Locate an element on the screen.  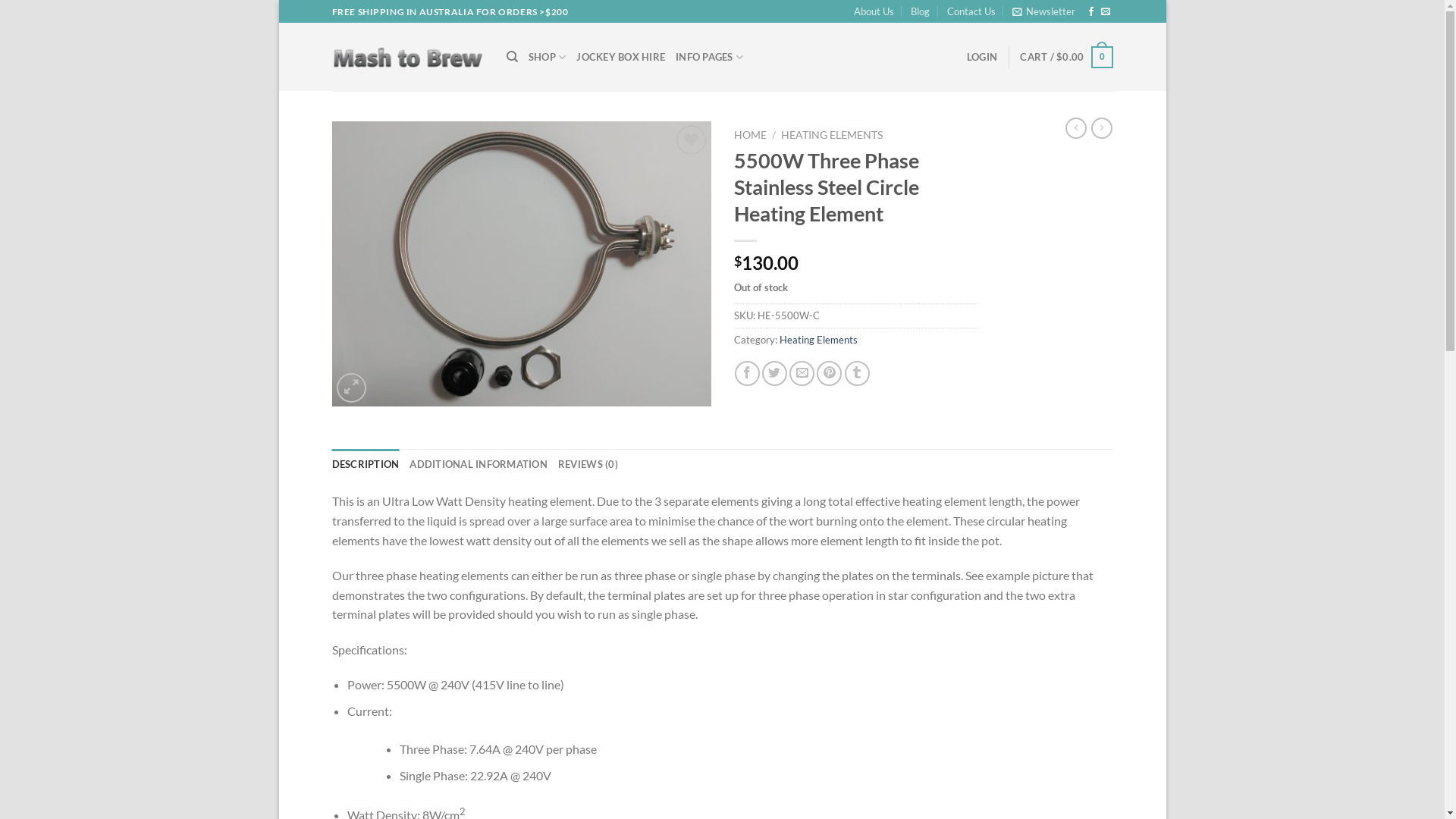
'HEATING ELEMENTS' is located at coordinates (831, 133).